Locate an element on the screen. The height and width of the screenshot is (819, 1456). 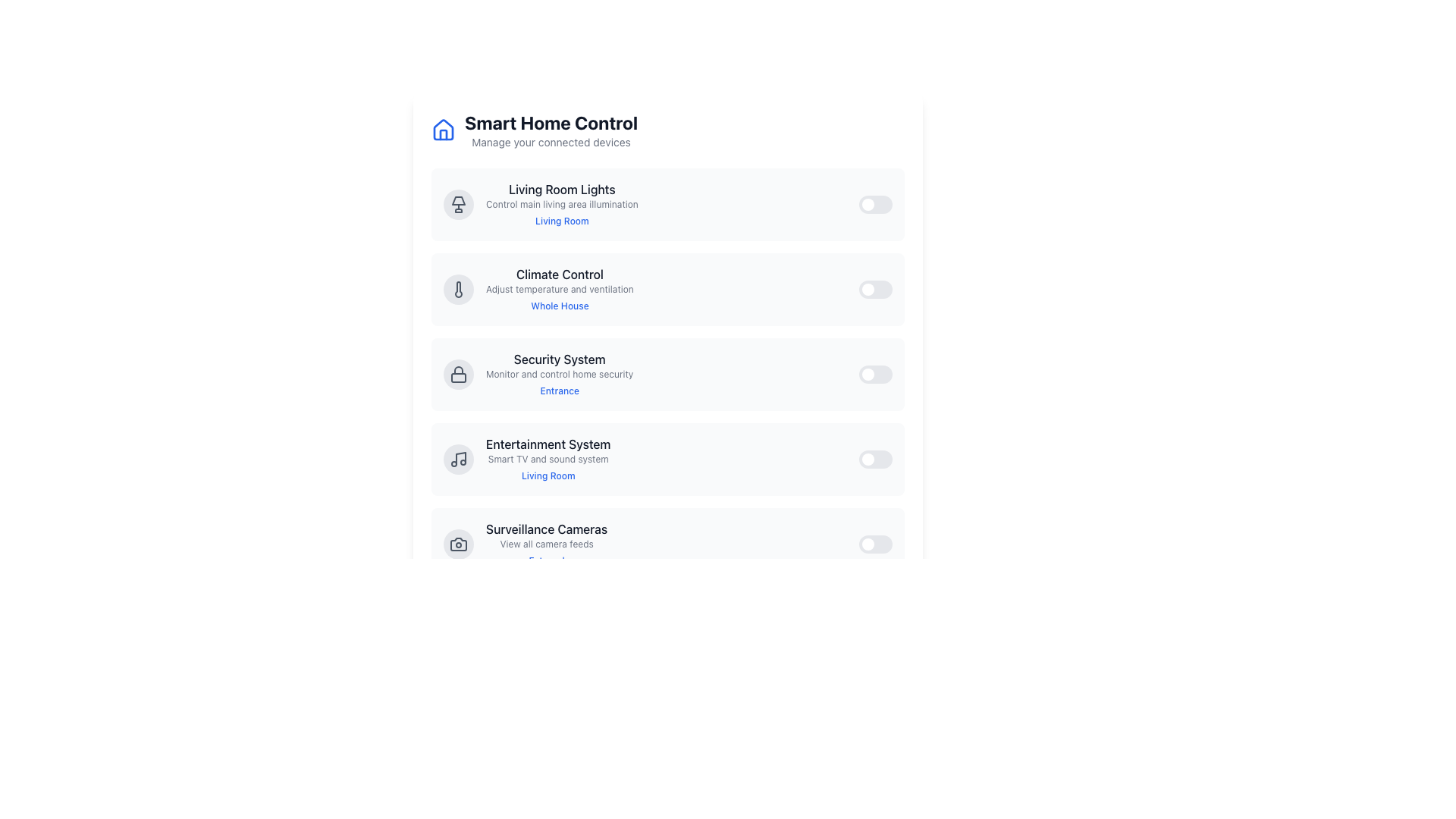
the informational text element that provides additional information about the 'Climate Control' functionality, located below the 'Climate Control' text and above the 'Whole House' text is located at coordinates (559, 289).